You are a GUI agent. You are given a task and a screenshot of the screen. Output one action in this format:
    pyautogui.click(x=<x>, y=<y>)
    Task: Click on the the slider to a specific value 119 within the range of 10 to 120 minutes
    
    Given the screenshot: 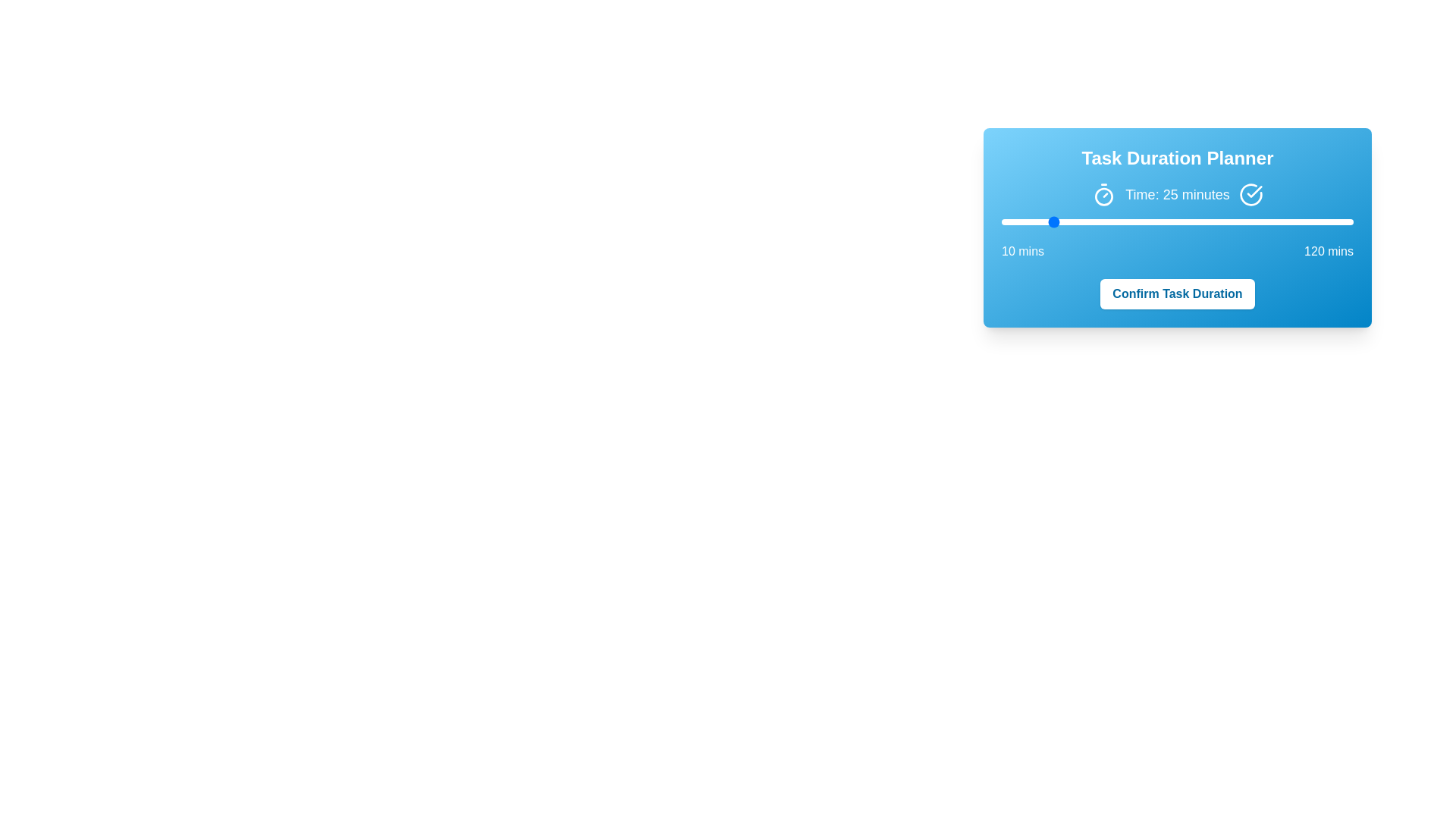 What is the action you would take?
    pyautogui.click(x=1350, y=222)
    